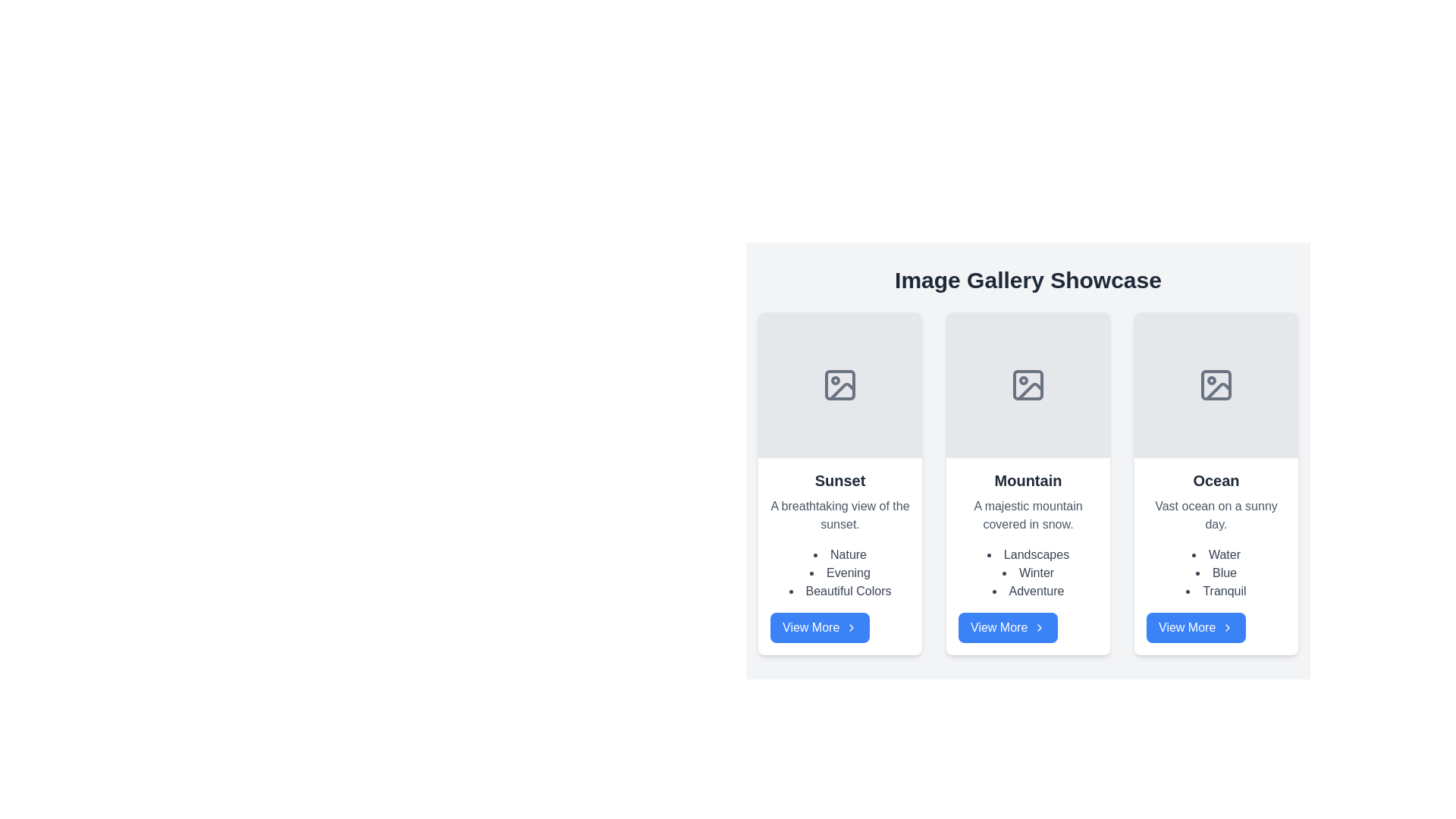 Image resolution: width=1456 pixels, height=819 pixels. Describe the element at coordinates (1228, 628) in the screenshot. I see `the right-chevron icon within the 'View More' button of the 'Ocean' card, which is located at the bottom right of the card` at that location.